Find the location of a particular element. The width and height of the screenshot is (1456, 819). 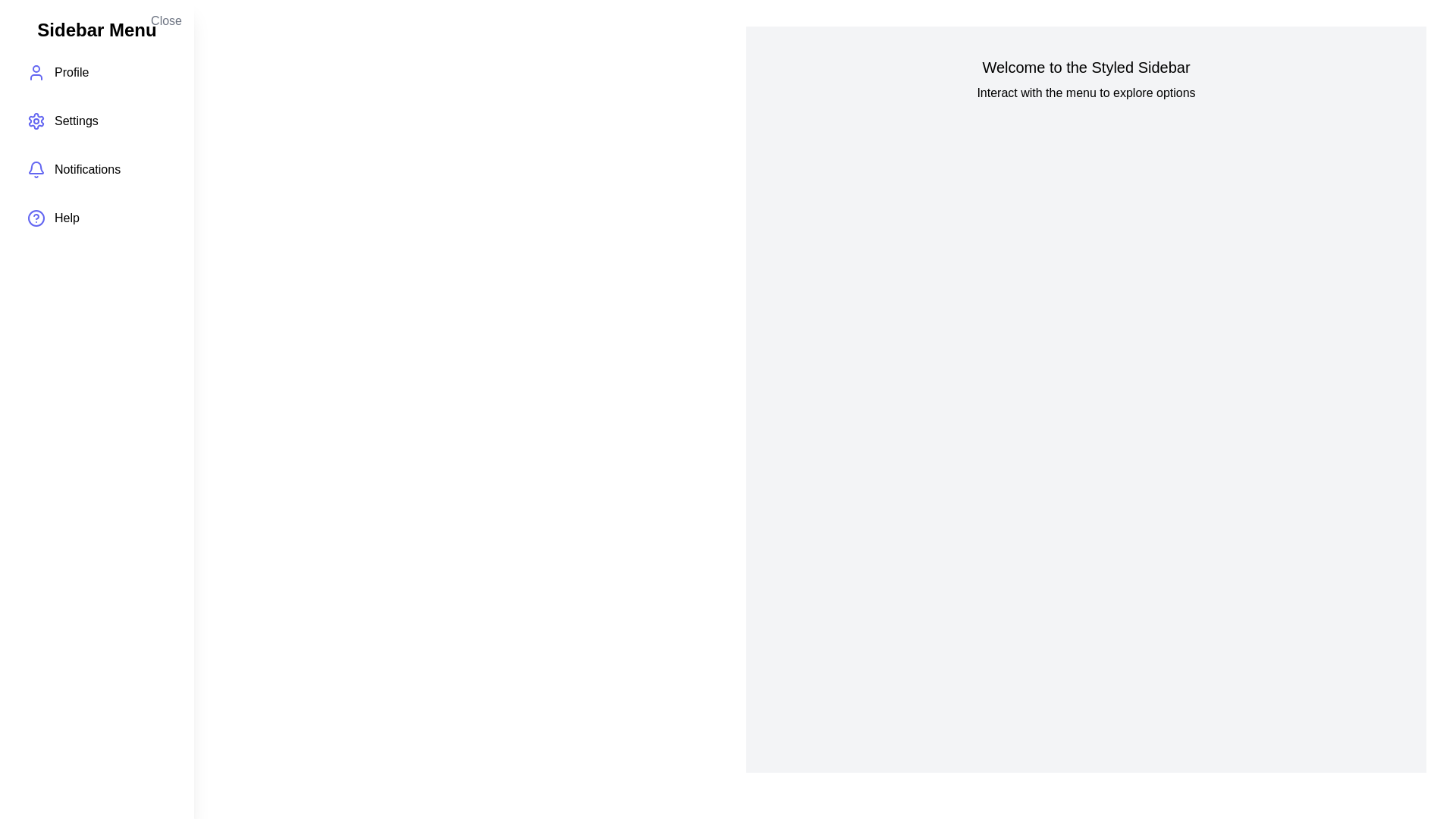

'Close' button in the top-right corner of the sidebar to toggle its visibility is located at coordinates (166, 20).